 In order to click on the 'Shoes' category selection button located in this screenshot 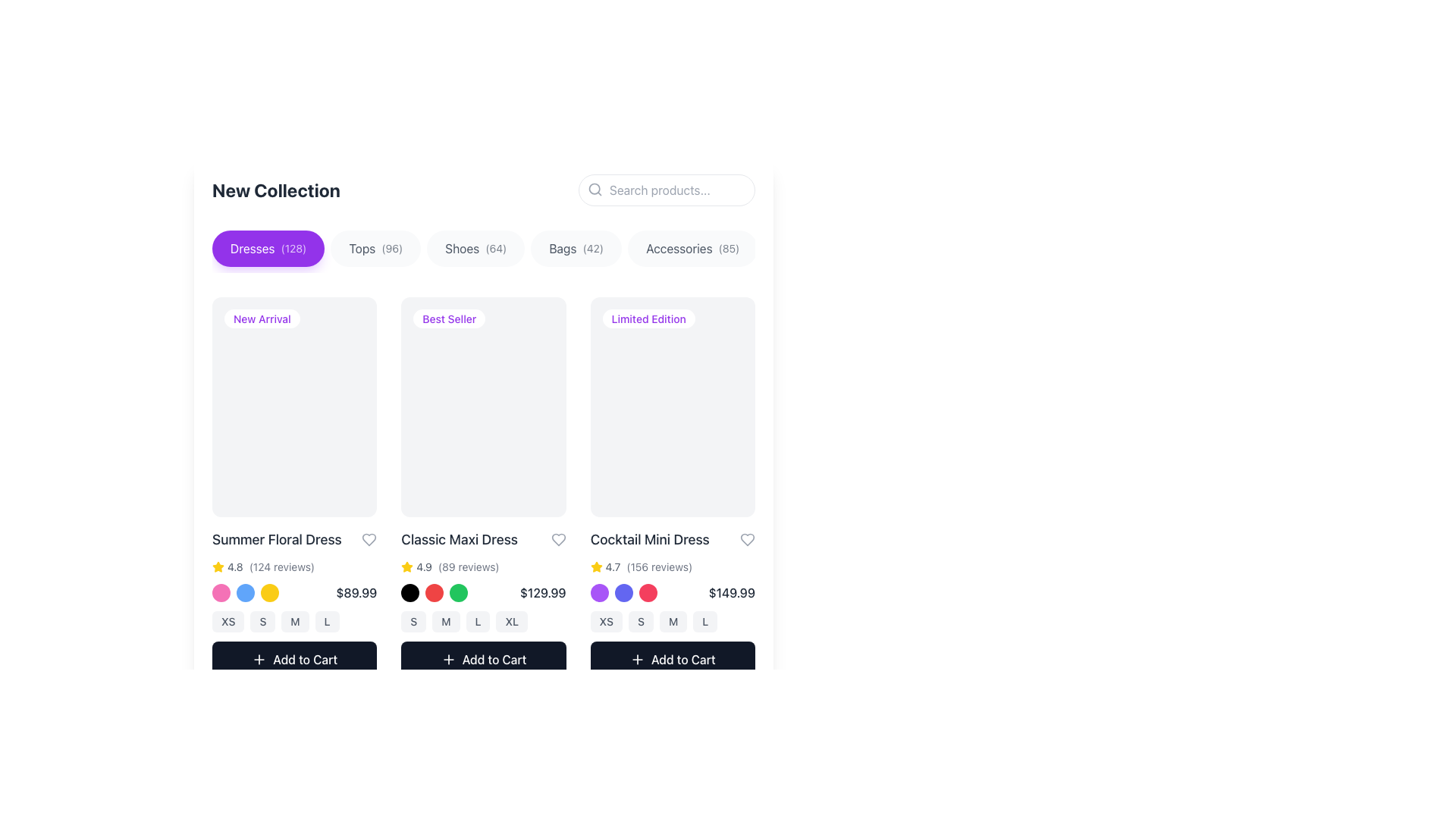, I will do `click(483, 250)`.